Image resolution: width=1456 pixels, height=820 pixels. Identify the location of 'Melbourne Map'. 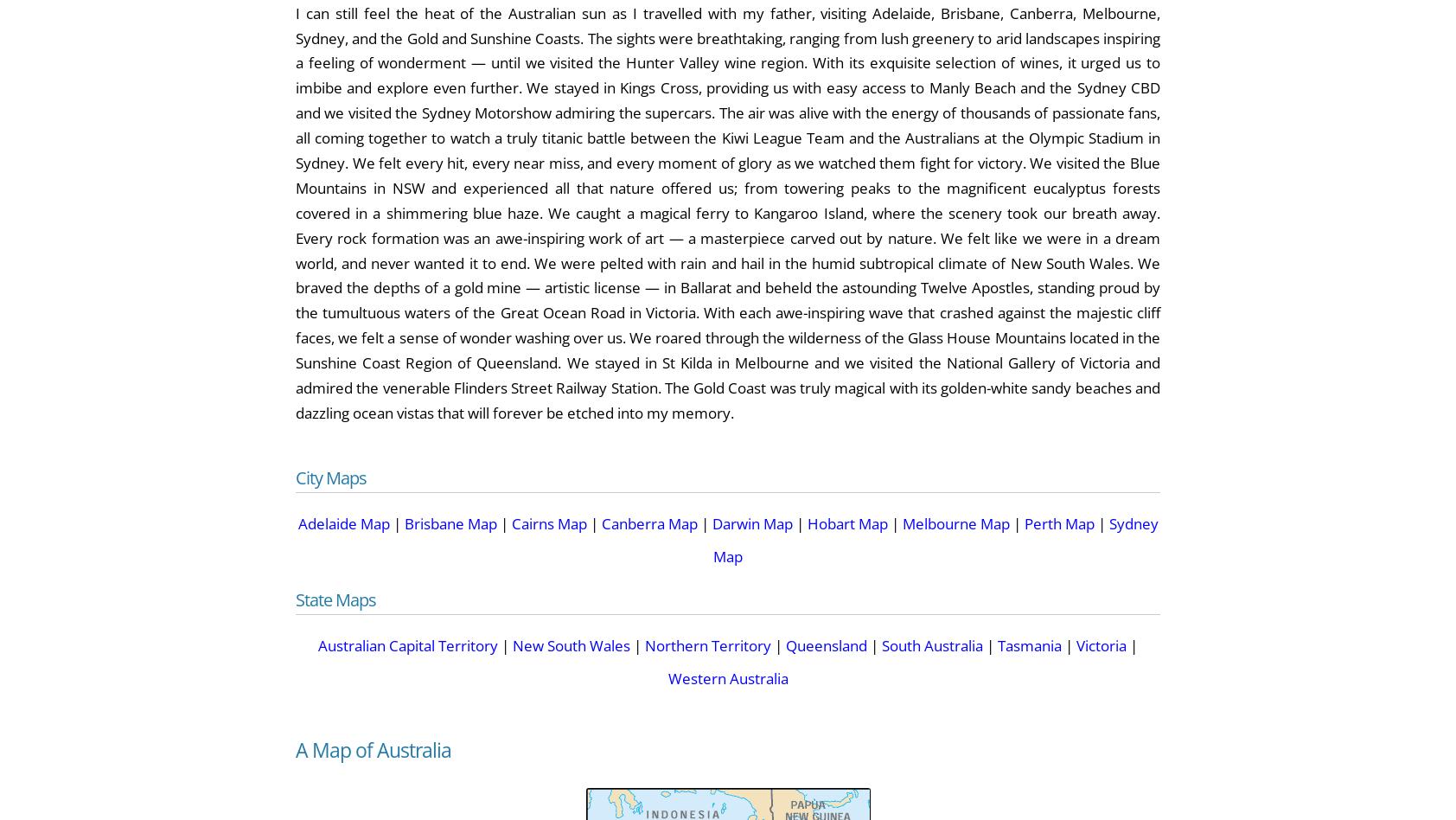
(901, 522).